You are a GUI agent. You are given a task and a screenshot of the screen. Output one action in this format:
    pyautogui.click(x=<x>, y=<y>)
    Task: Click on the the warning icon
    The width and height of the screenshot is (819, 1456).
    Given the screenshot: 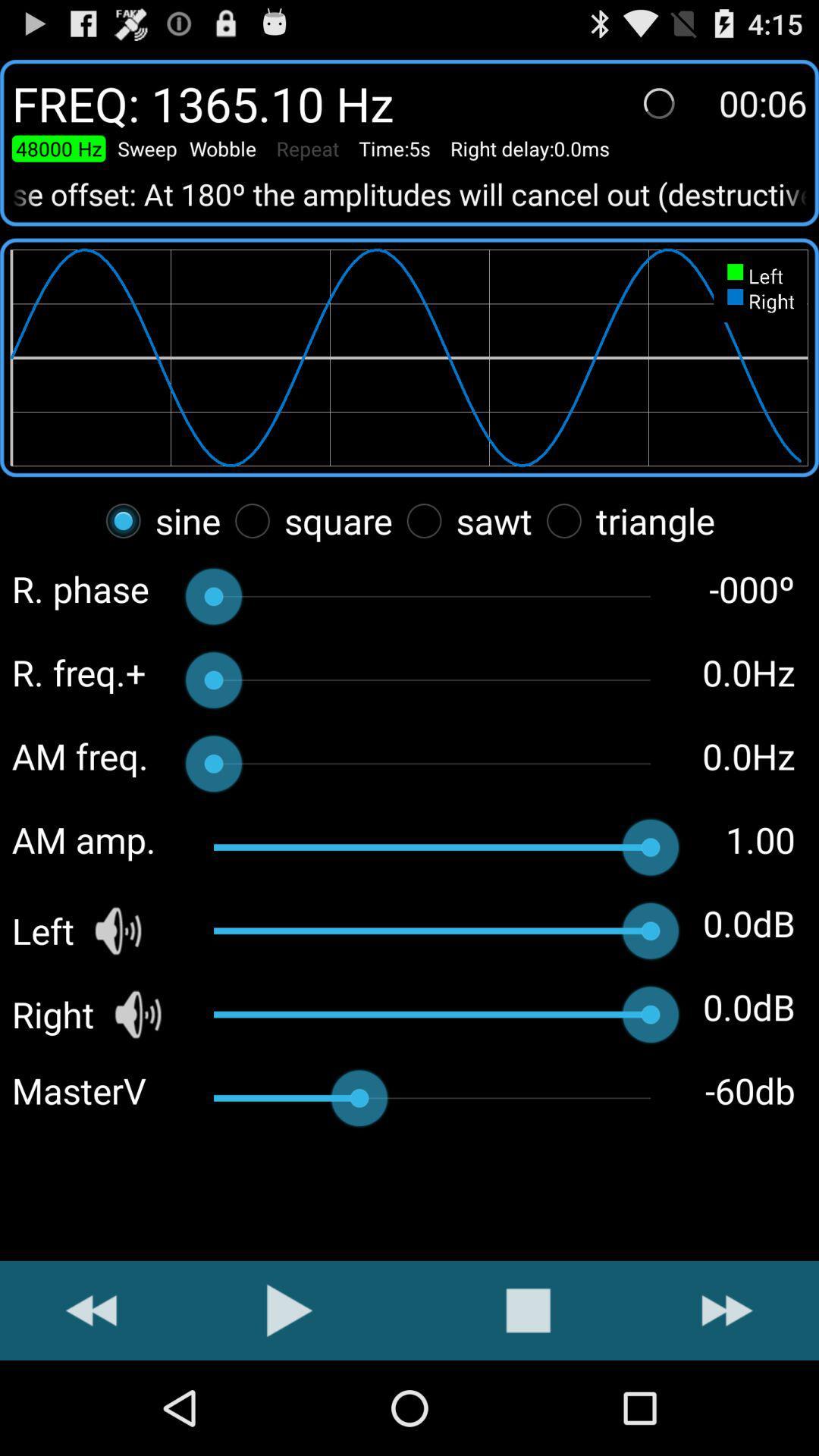 What is the action you would take?
    pyautogui.click(x=527, y=1401)
    